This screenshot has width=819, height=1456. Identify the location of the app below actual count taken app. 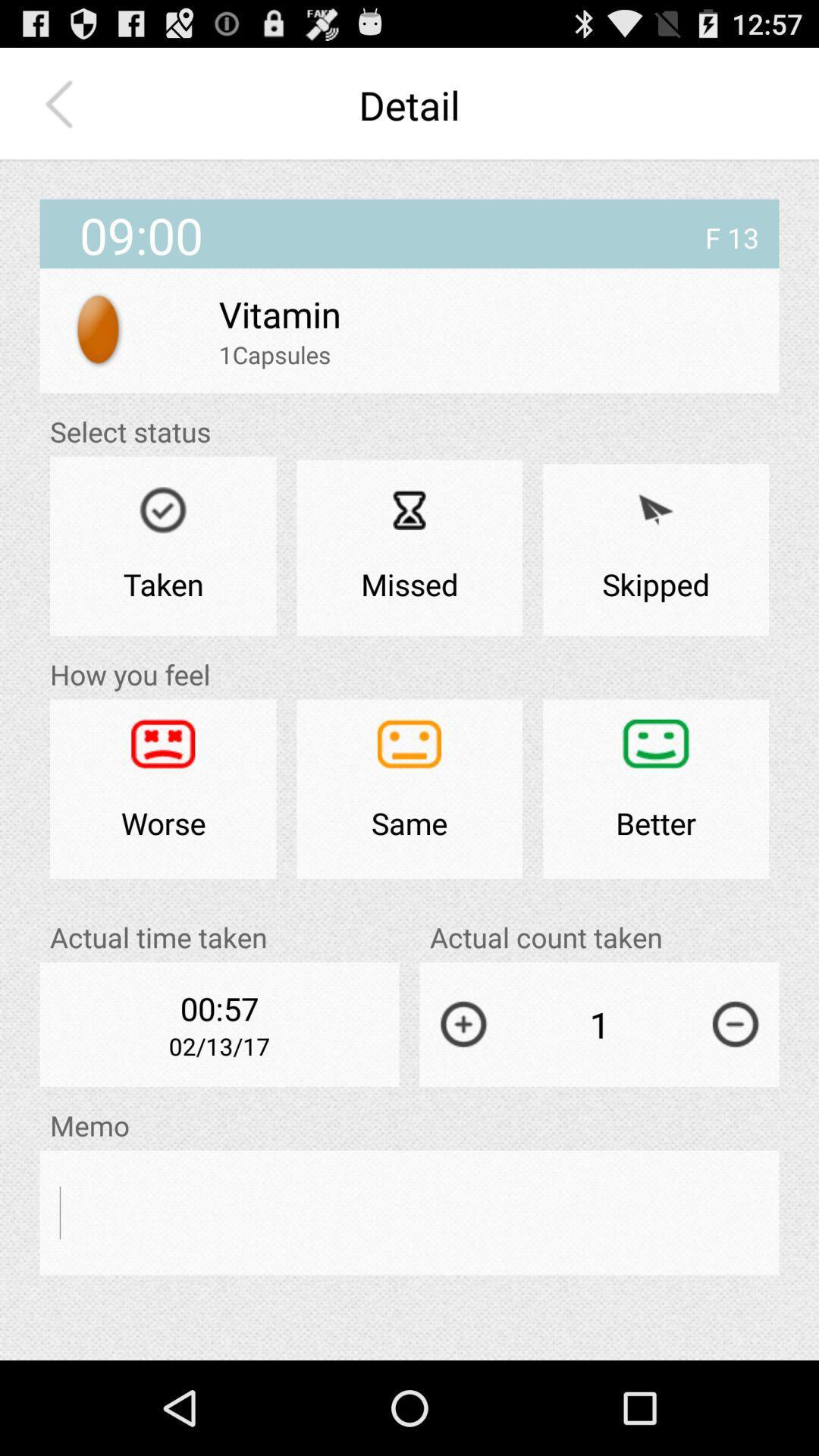
(463, 1024).